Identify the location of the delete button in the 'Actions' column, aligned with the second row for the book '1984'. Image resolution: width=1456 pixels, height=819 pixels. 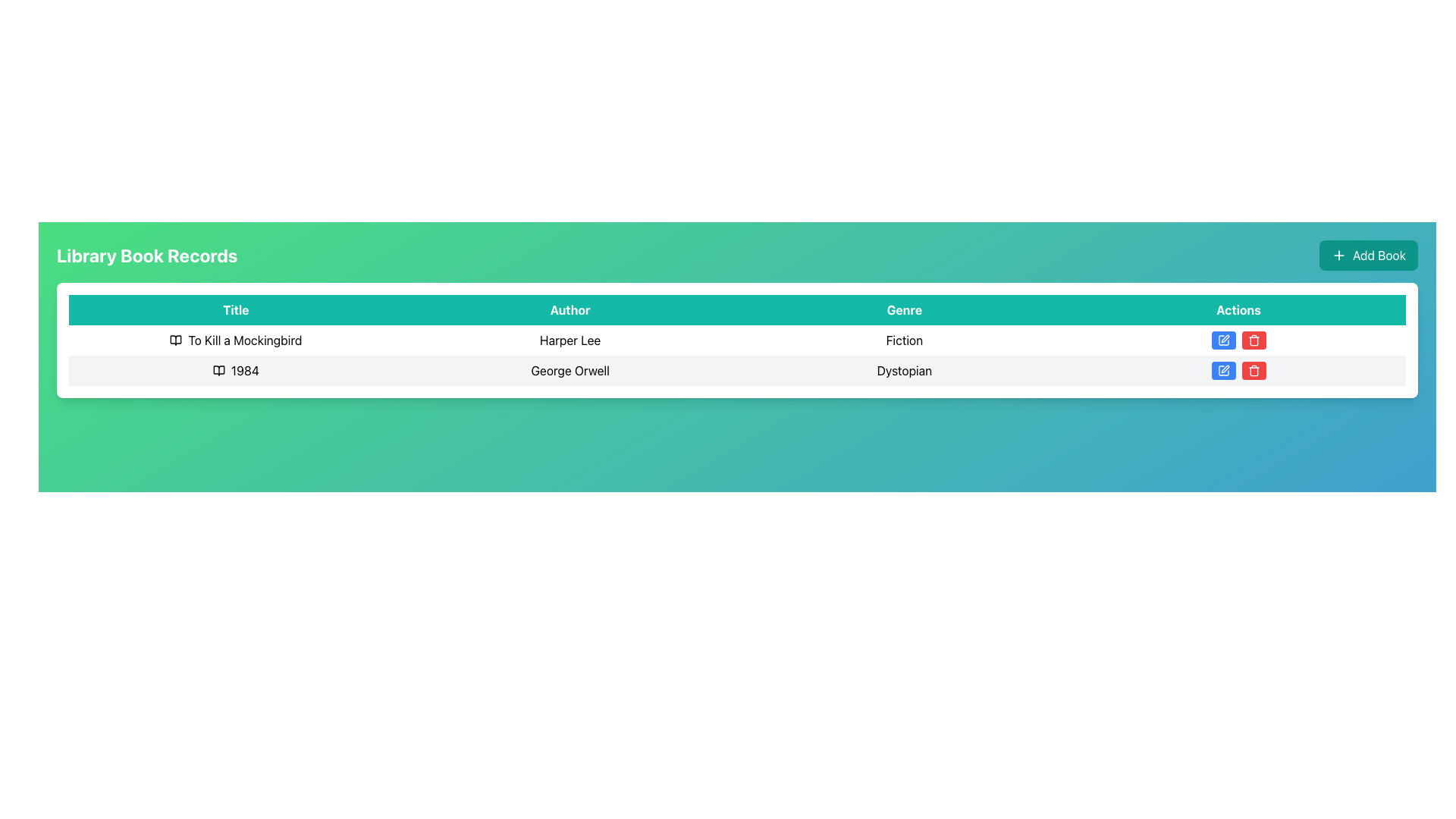
(1254, 371).